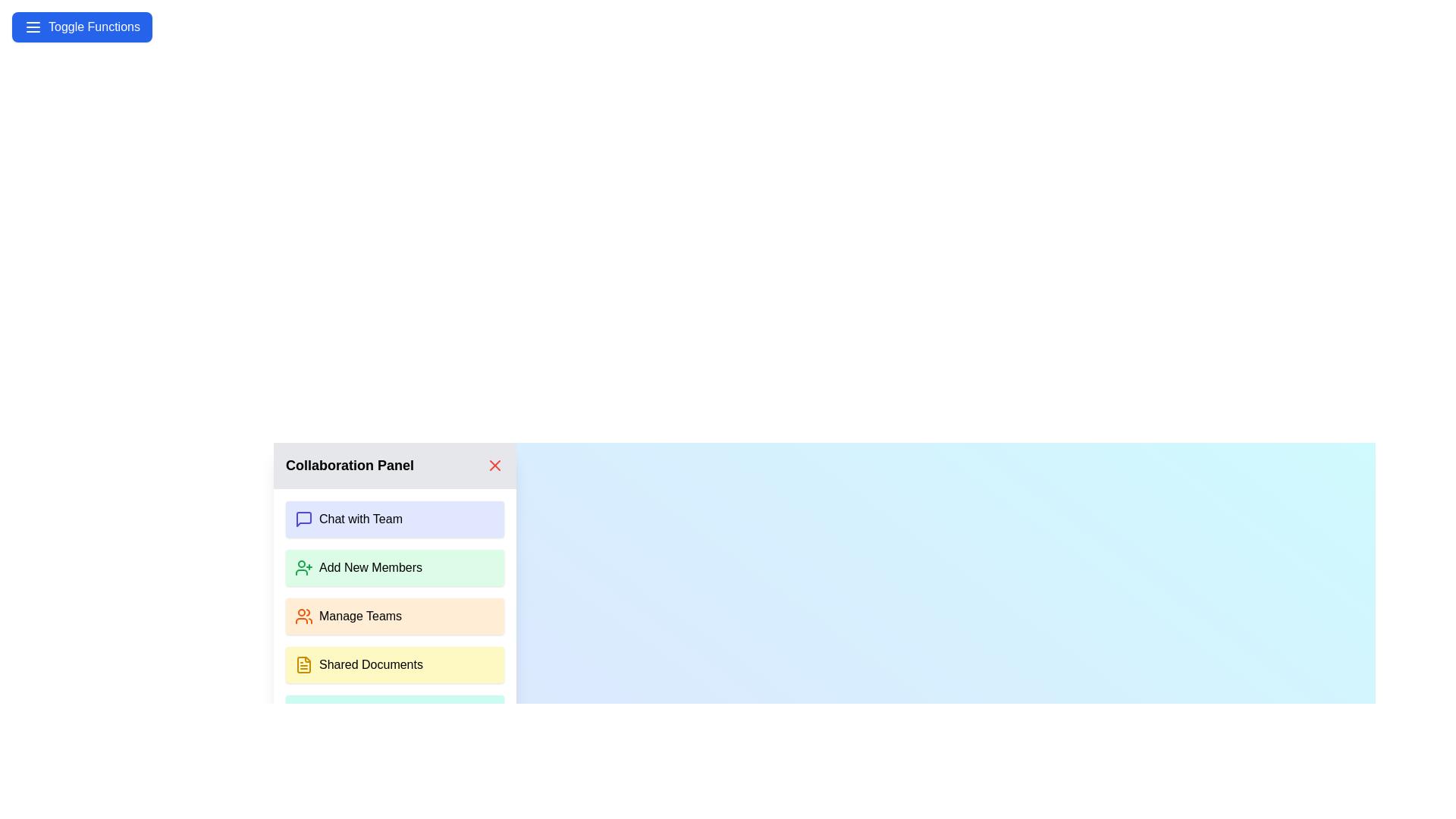 The width and height of the screenshot is (1456, 819). I want to click on the yellow document icon located in the fourth row of the menu under the Collaboration Panel, aligning with the 'Shared Documents' label, so click(303, 664).